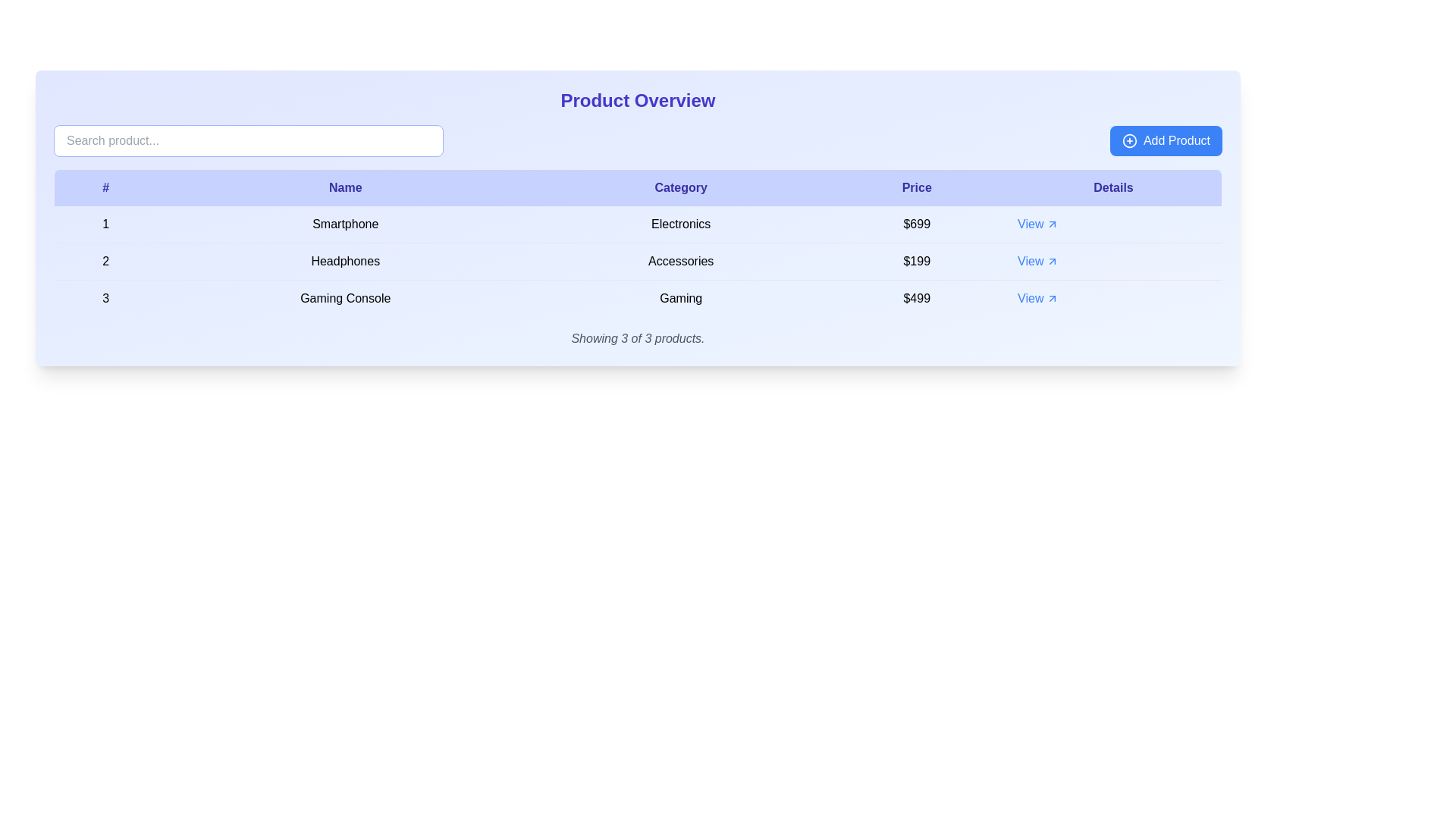 The image size is (1456, 819). I want to click on the 'Headphones' text label in the second row of the table under the 'Name' column, so click(344, 260).